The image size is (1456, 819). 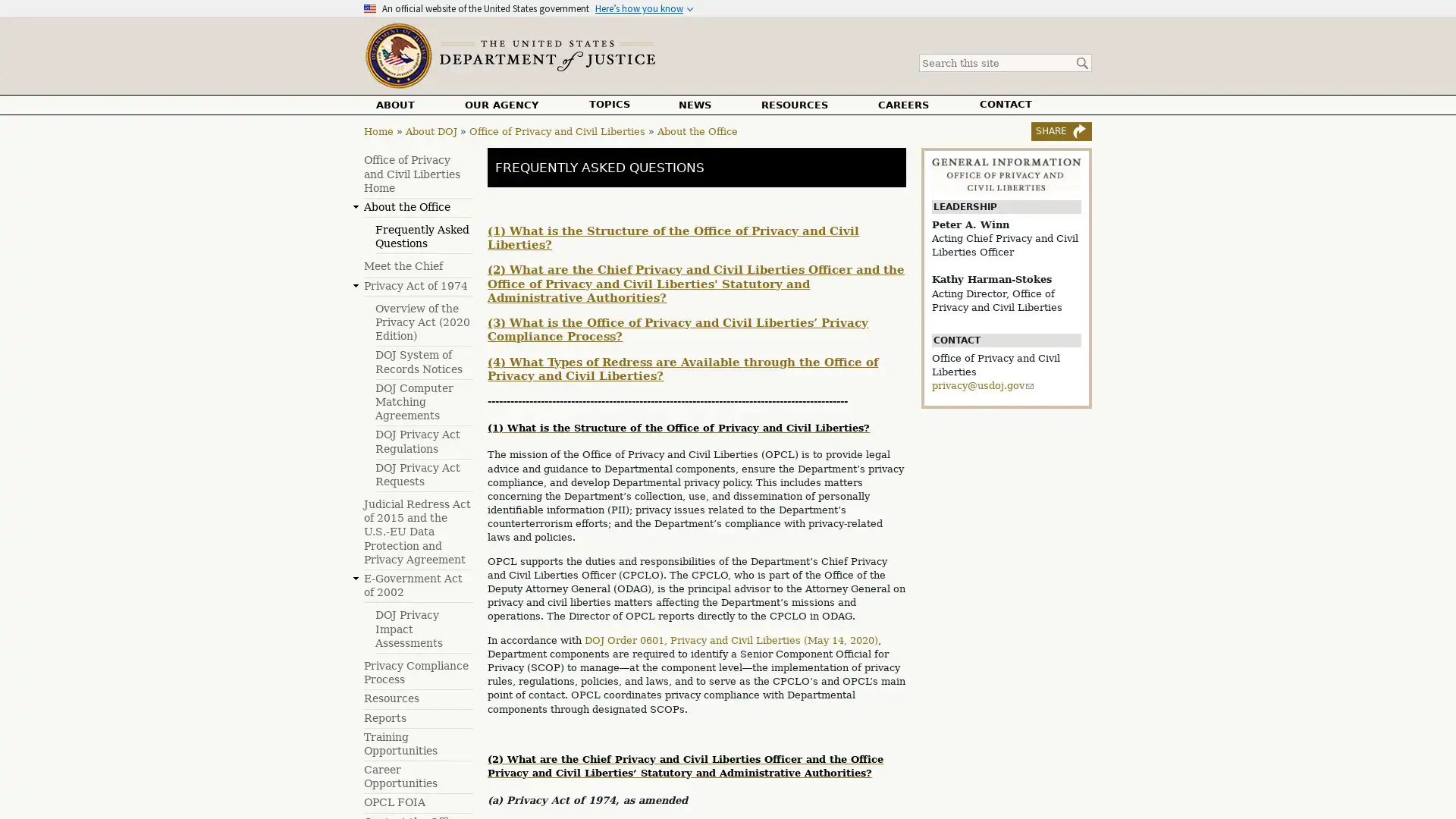 I want to click on Heres how you know, so click(x=644, y=8).